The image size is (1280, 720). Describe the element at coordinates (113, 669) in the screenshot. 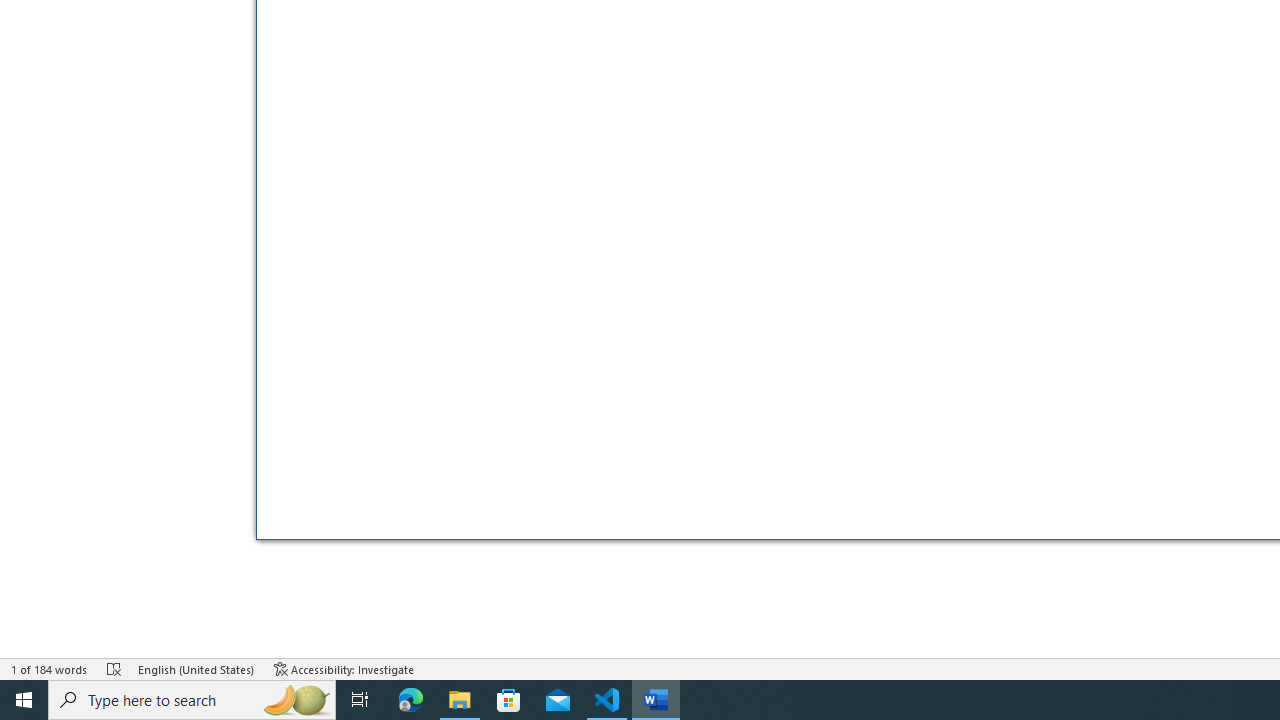

I see `'Spelling and Grammar Check Errors'` at that location.